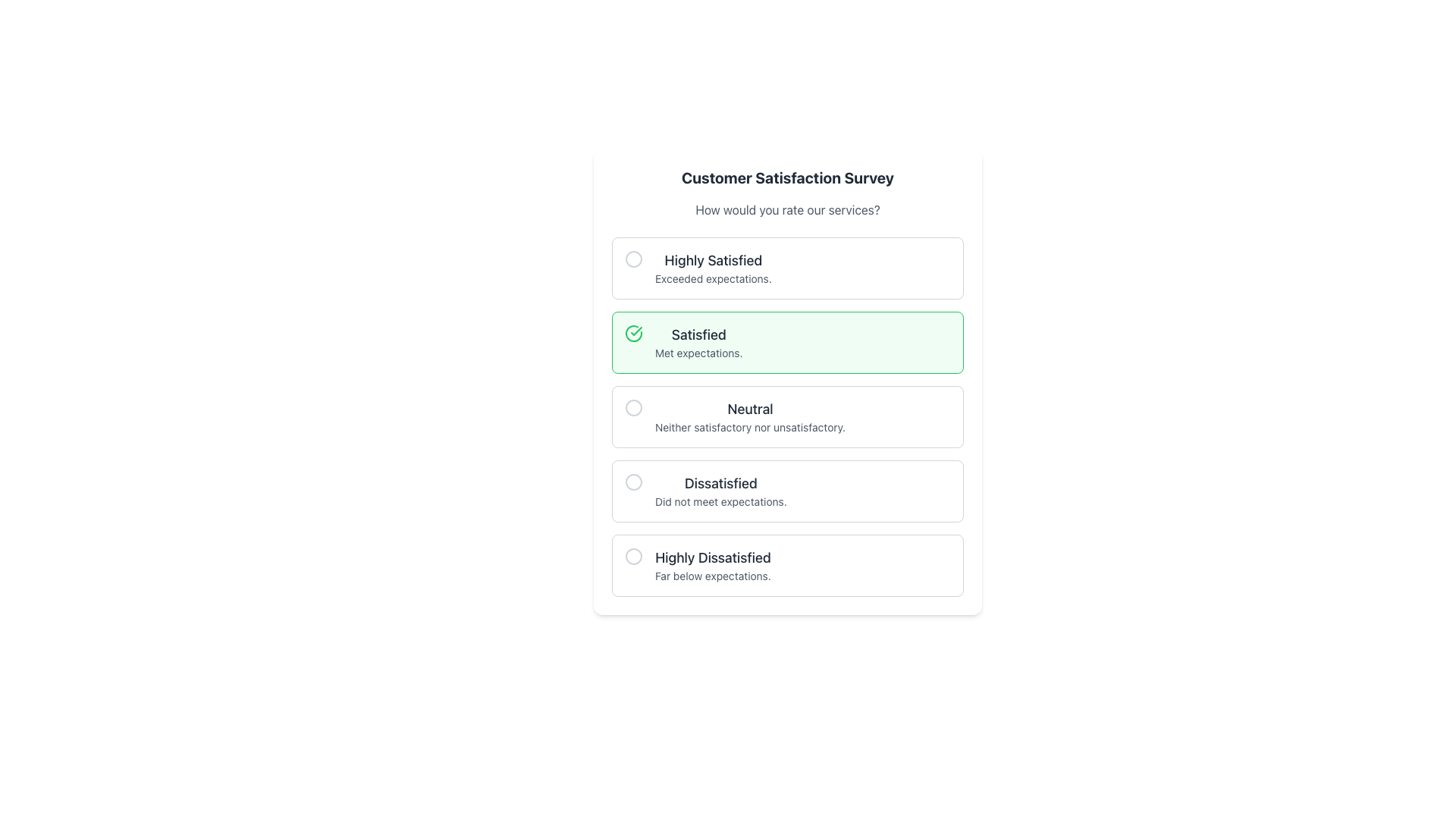  What do you see at coordinates (750, 409) in the screenshot?
I see `the 'Neutral' satisfaction level text label in the survey interface, which is the third item in a vertical list of options` at bounding box center [750, 409].